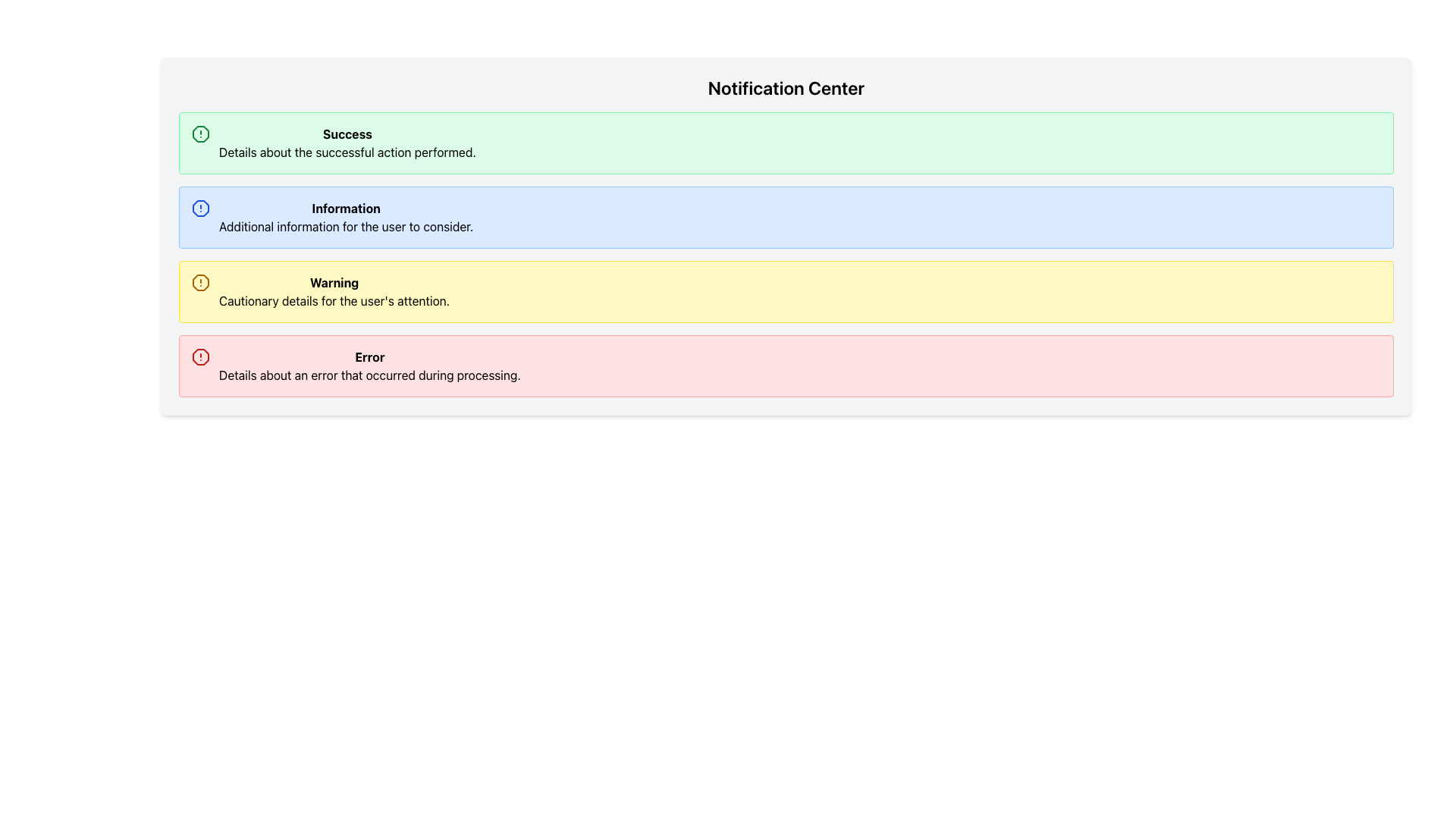  I want to click on the text element displaying 'Details about the successful action performed.' located beneath the 'Success' heading in the green notification box, so click(347, 152).